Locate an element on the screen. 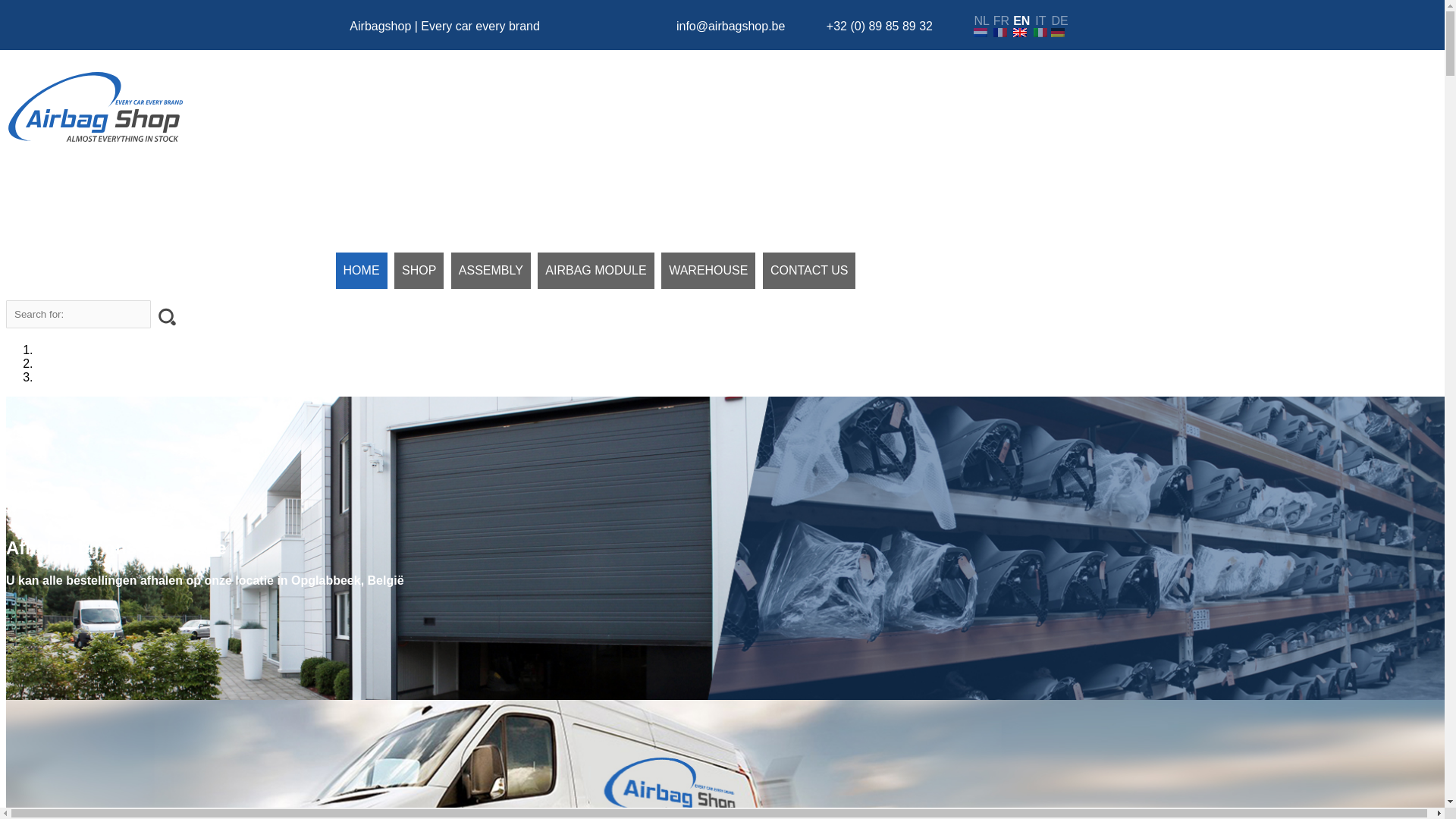 Image resolution: width=1456 pixels, height=819 pixels. 'FR' is located at coordinates (993, 26).